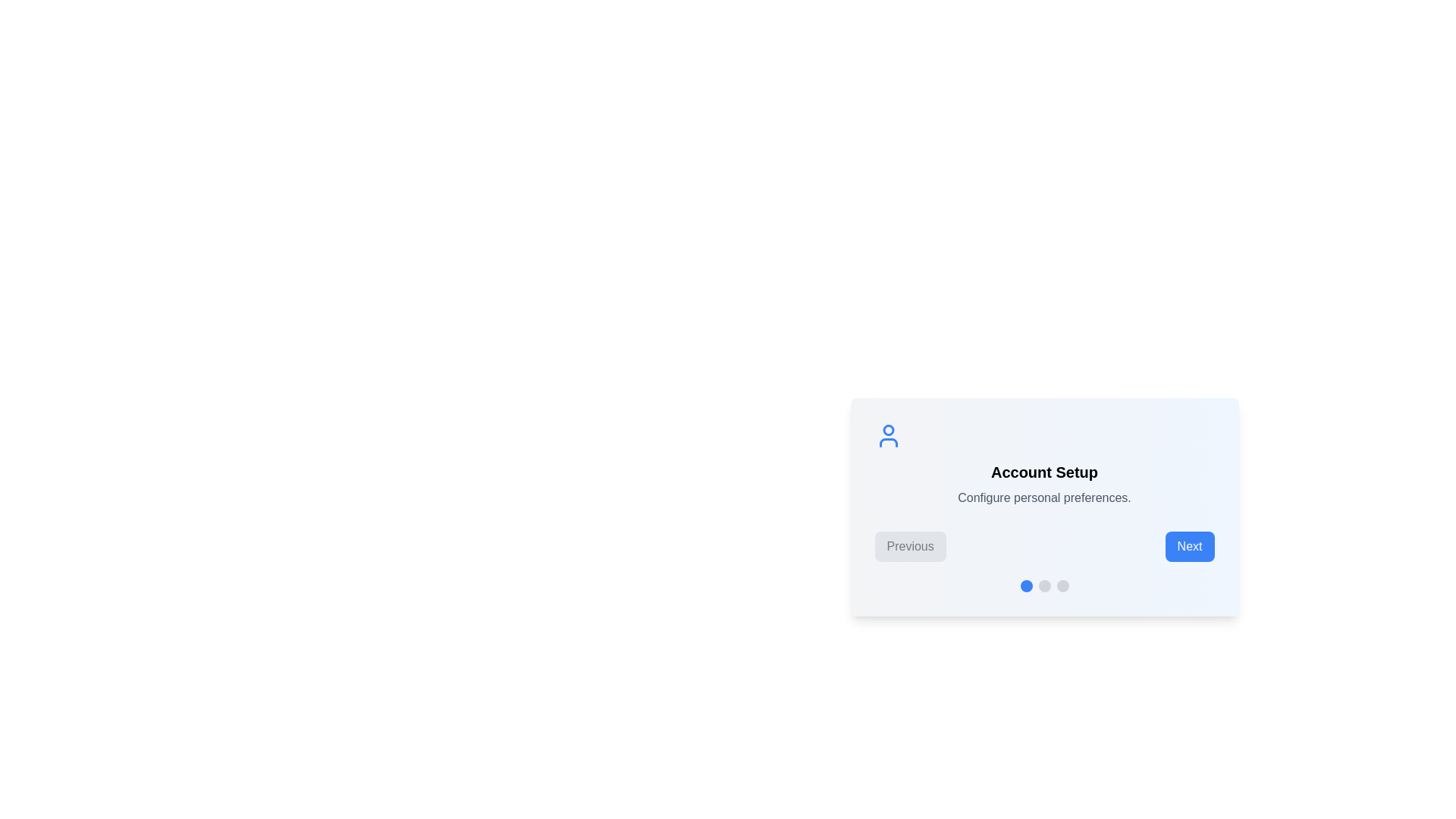 This screenshot has height=819, width=1456. Describe the element at coordinates (910, 547) in the screenshot. I see `the 'Previous' button to navigate to the previous step` at that location.